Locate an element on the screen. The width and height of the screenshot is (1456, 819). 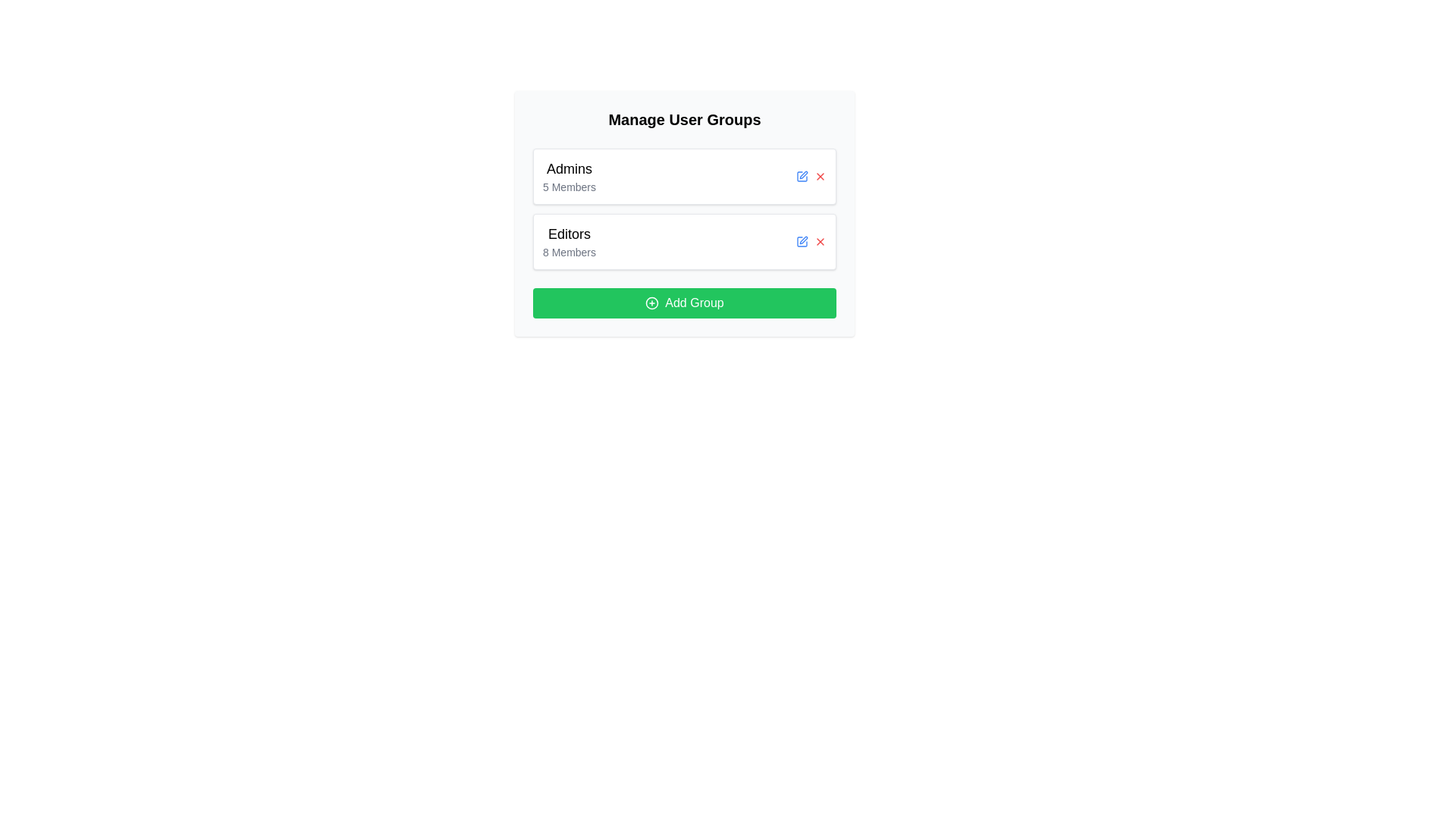
the text label displaying 'Admins' in bold and '5 Members' in regular font is located at coordinates (569, 175).